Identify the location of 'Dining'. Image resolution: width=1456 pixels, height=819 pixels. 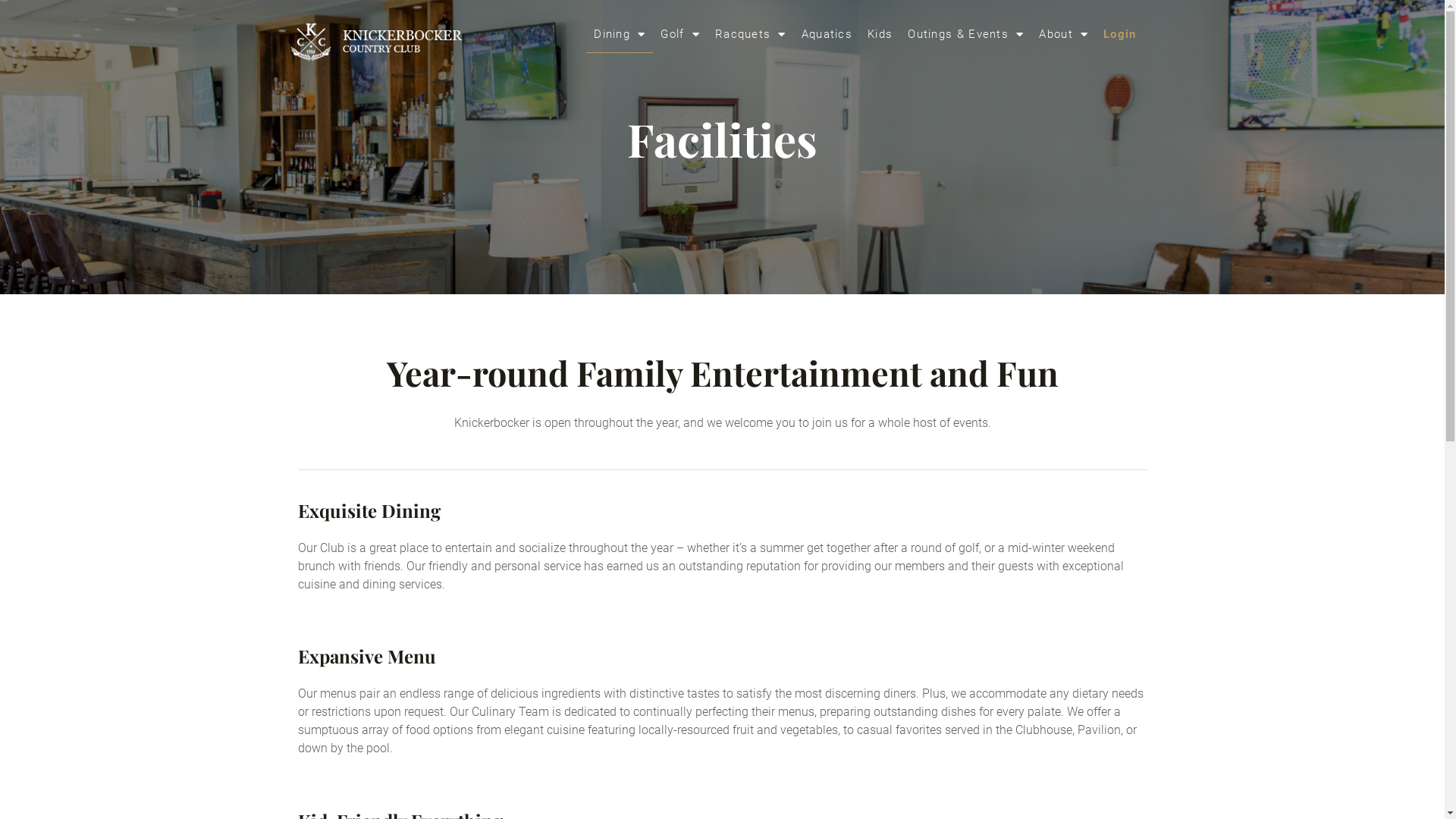
(585, 34).